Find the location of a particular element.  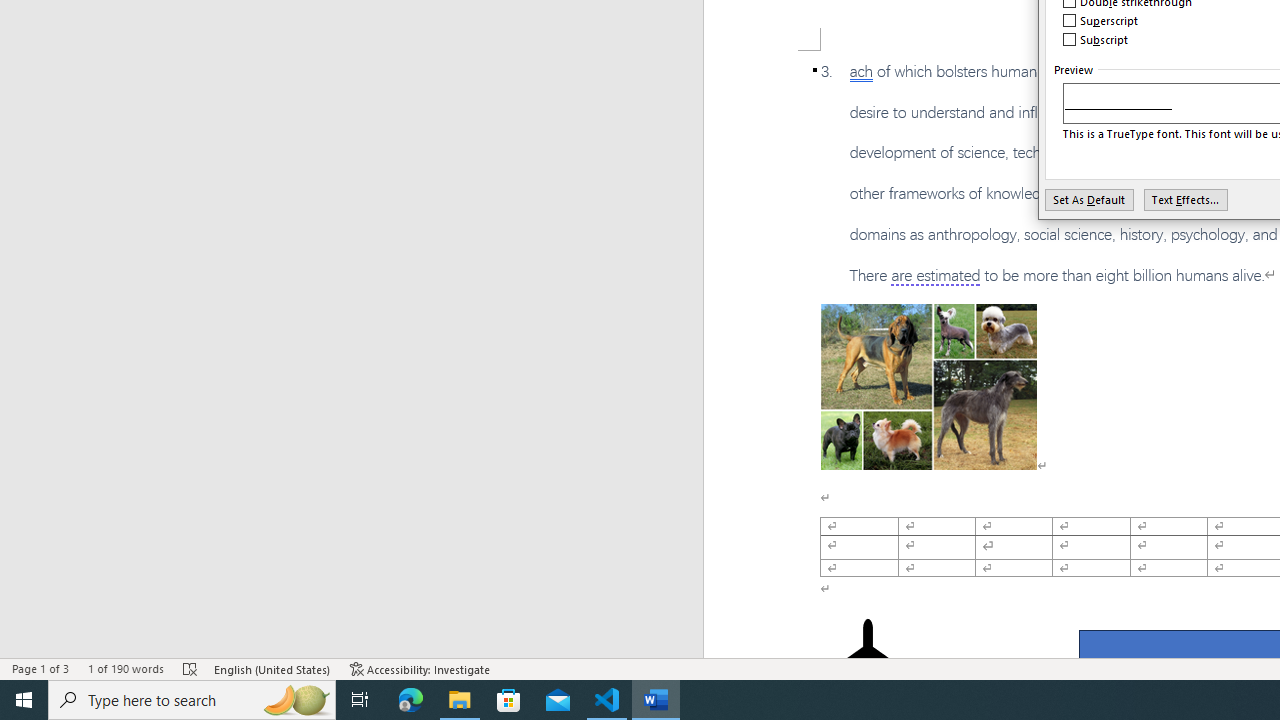

'Start' is located at coordinates (24, 698).